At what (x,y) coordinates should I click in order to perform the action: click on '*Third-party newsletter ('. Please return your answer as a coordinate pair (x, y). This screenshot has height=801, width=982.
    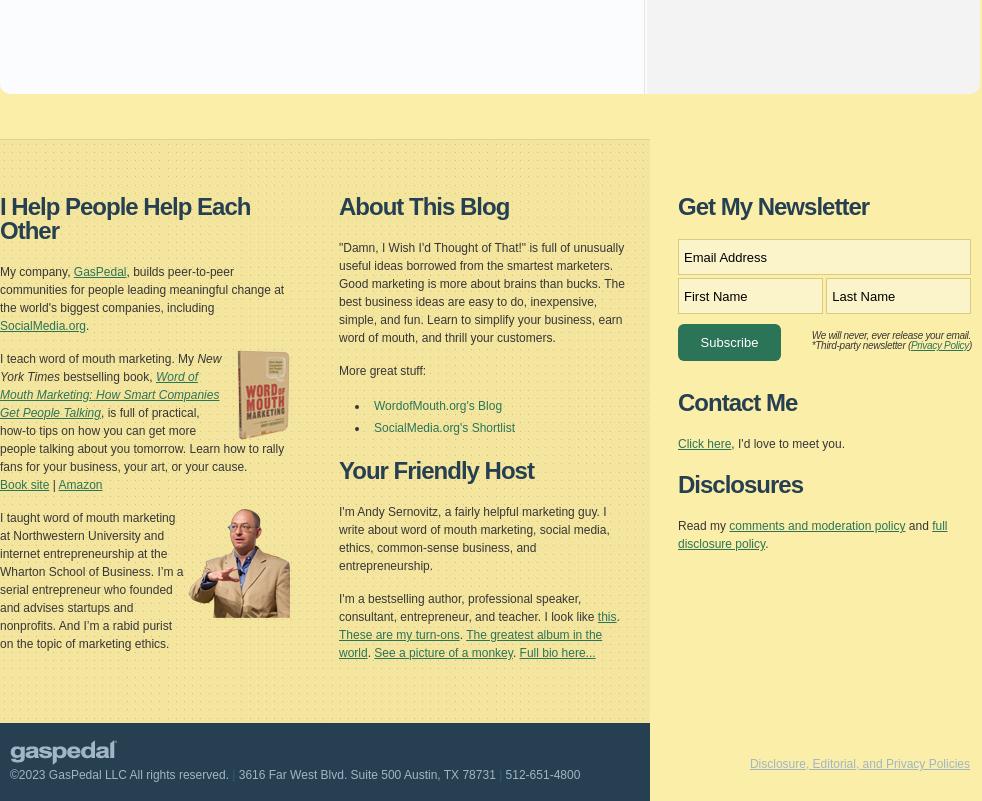
    Looking at the image, I should click on (811, 344).